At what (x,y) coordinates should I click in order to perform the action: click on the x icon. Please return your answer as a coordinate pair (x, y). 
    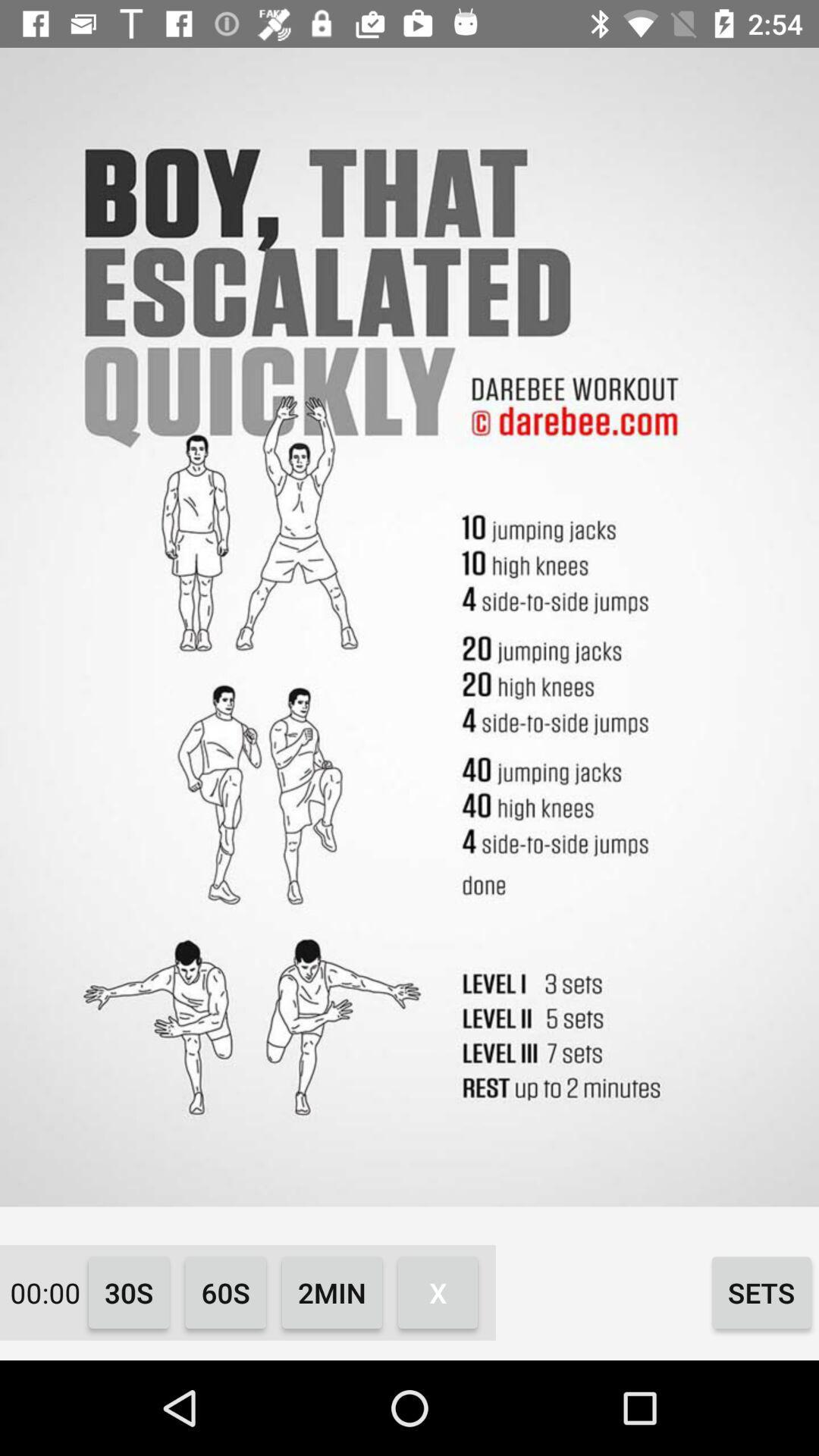
    Looking at the image, I should click on (438, 1291).